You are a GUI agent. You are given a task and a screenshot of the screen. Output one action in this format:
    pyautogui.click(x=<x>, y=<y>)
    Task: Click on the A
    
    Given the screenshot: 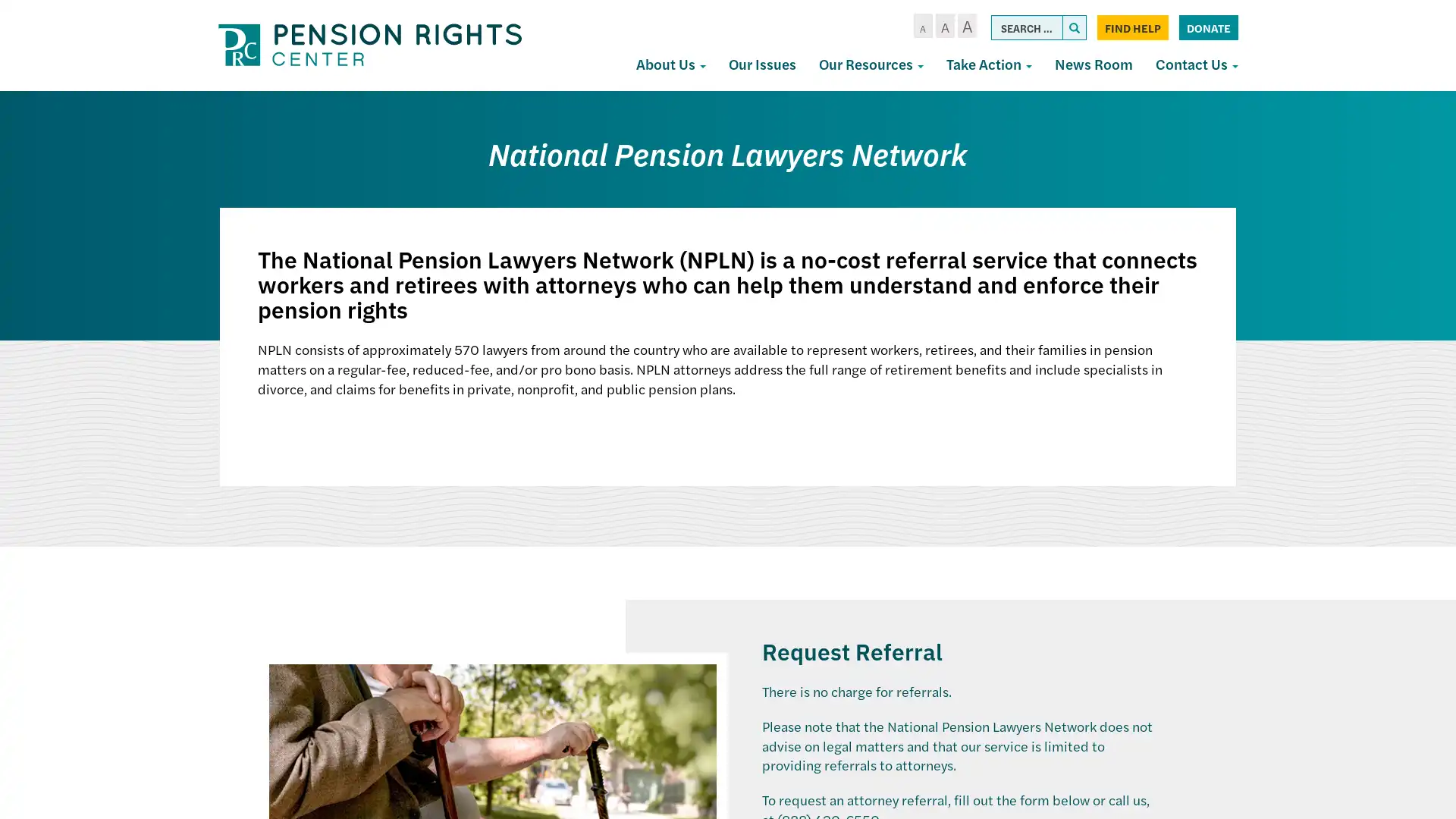 What is the action you would take?
    pyautogui.click(x=943, y=26)
    